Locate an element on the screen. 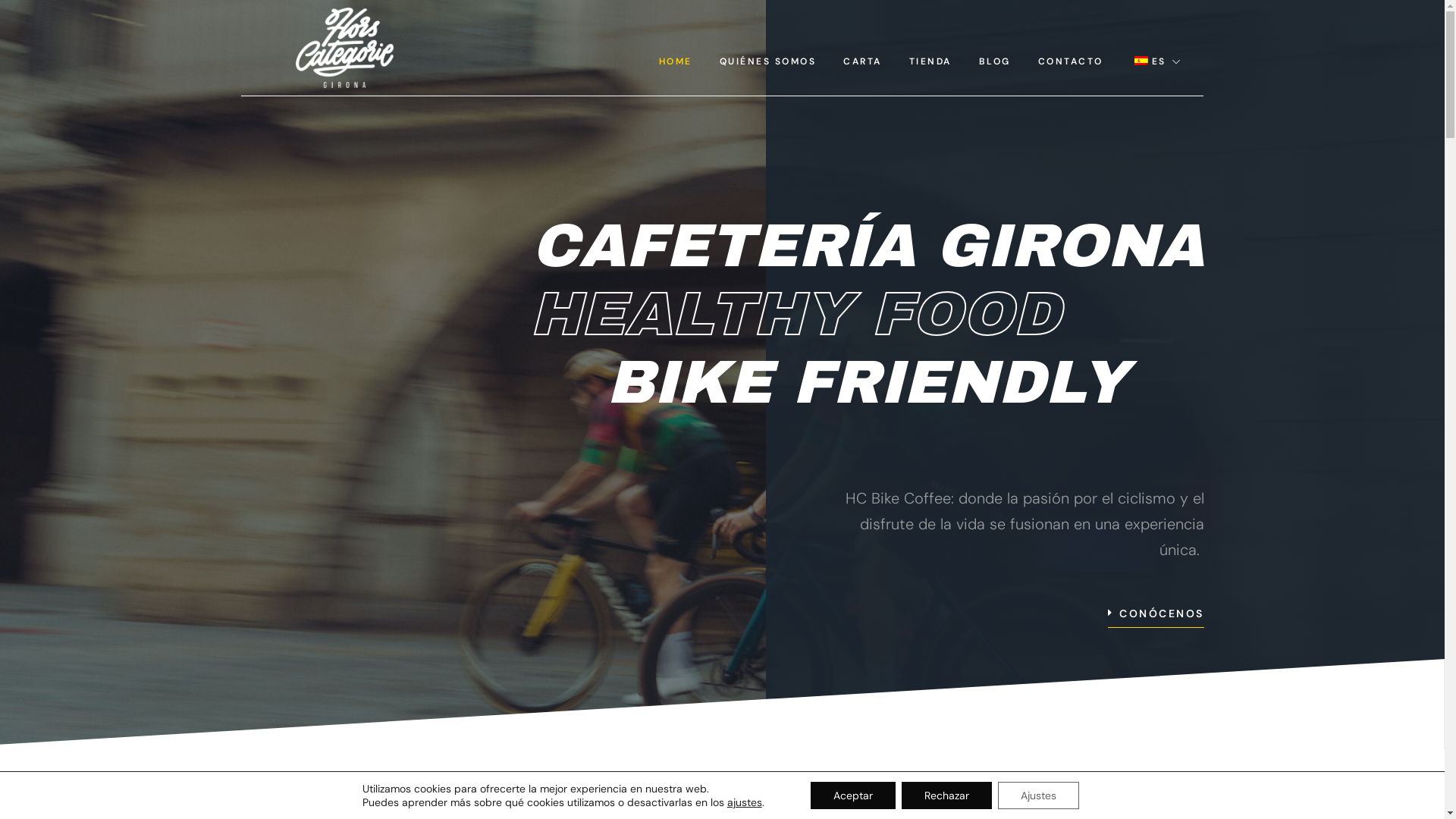 The width and height of the screenshot is (1456, 819). 'HOME' is located at coordinates (675, 61).